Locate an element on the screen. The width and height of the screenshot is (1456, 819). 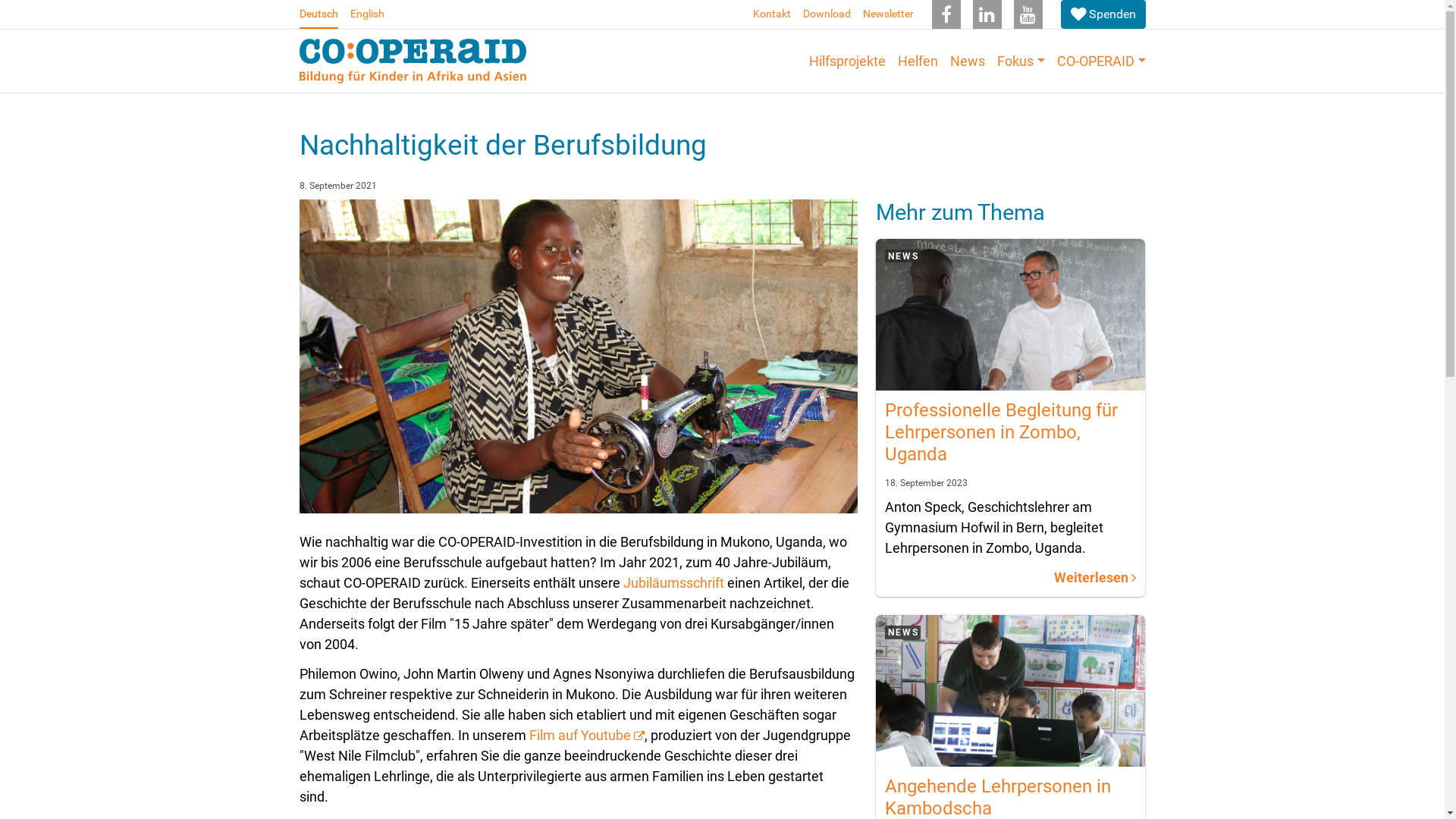
'Download' is located at coordinates (825, 14).